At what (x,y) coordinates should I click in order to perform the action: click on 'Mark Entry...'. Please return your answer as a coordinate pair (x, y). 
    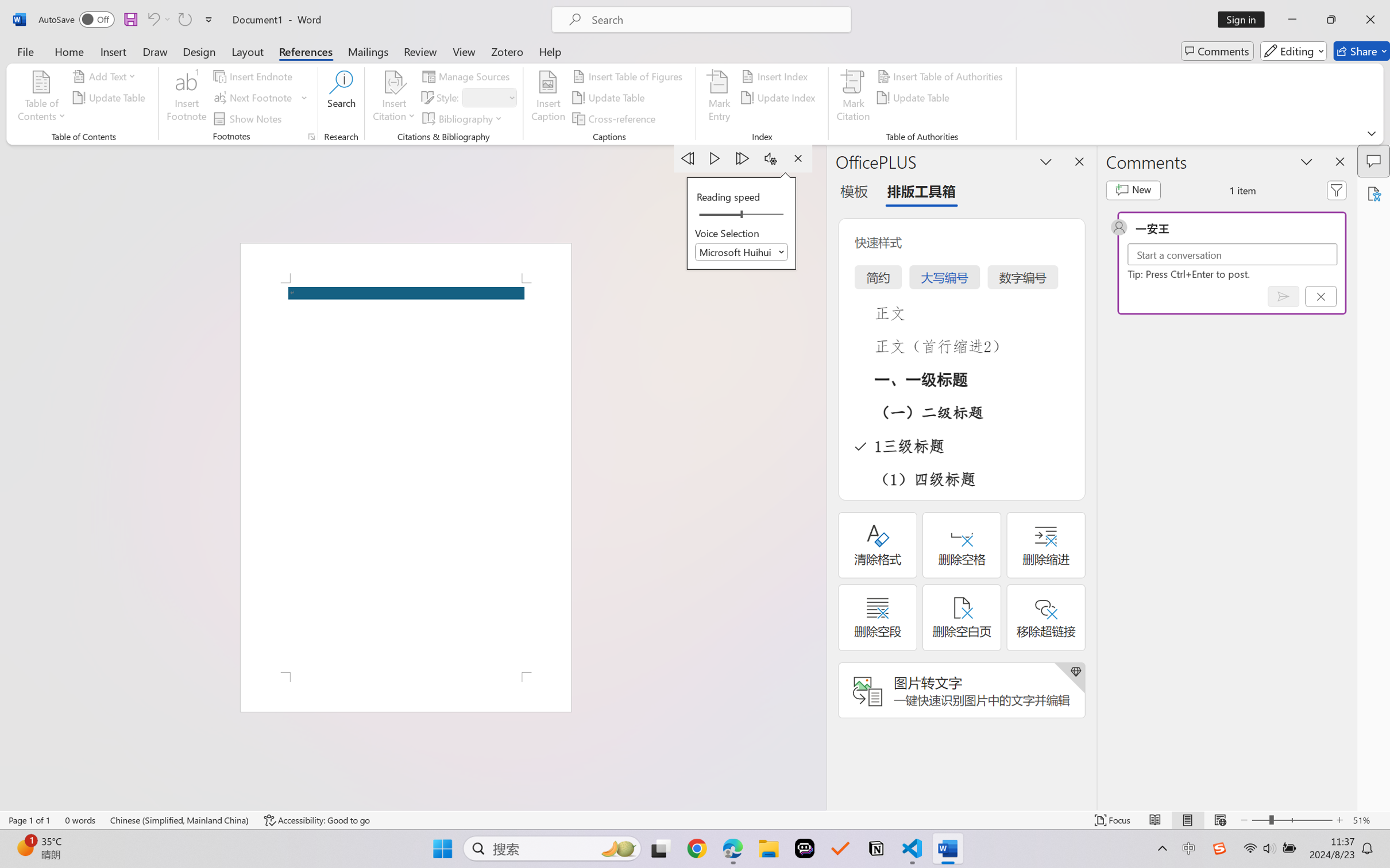
    Looking at the image, I should click on (719, 98).